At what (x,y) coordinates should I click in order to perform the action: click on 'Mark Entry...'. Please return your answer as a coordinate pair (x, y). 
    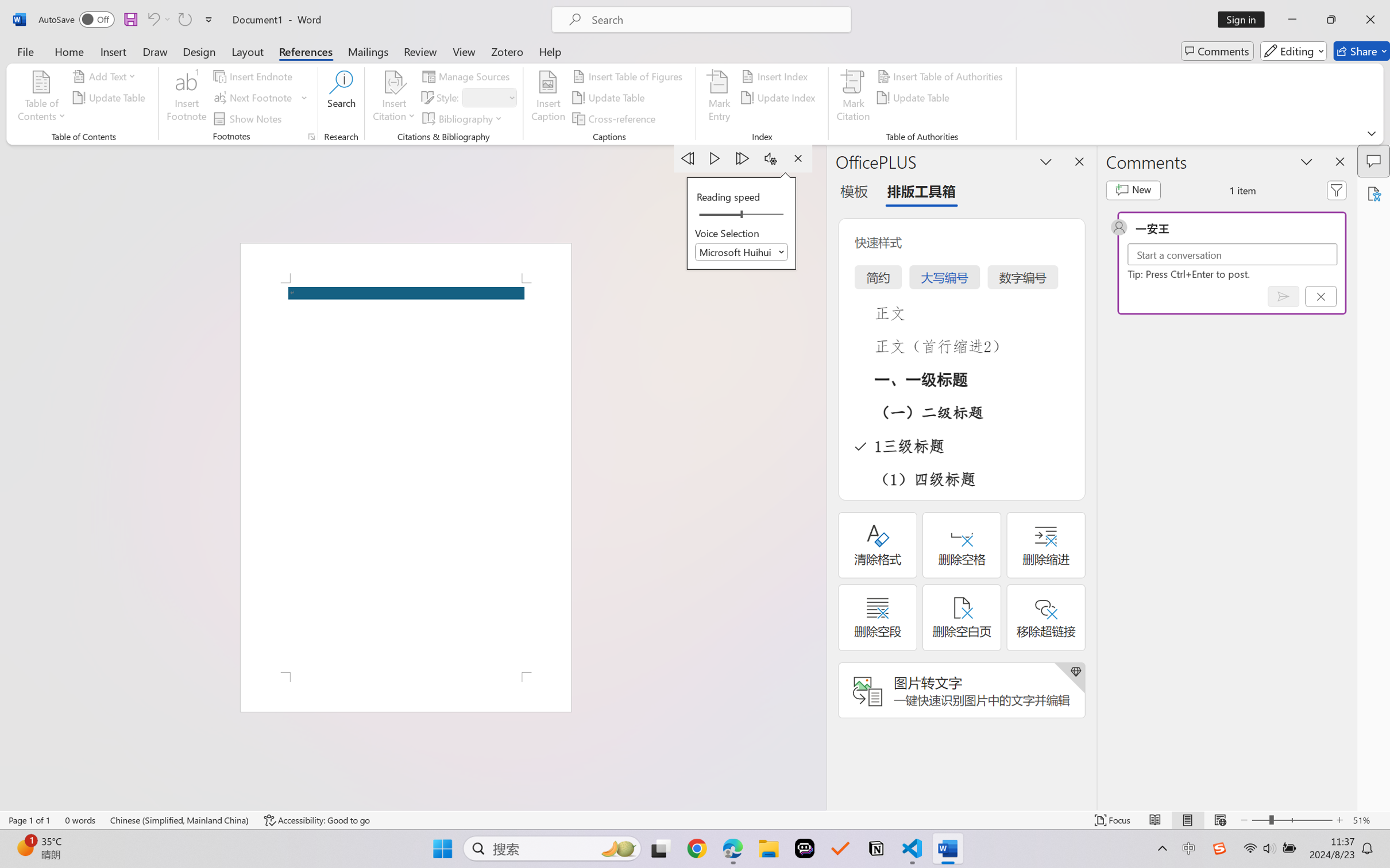
    Looking at the image, I should click on (719, 98).